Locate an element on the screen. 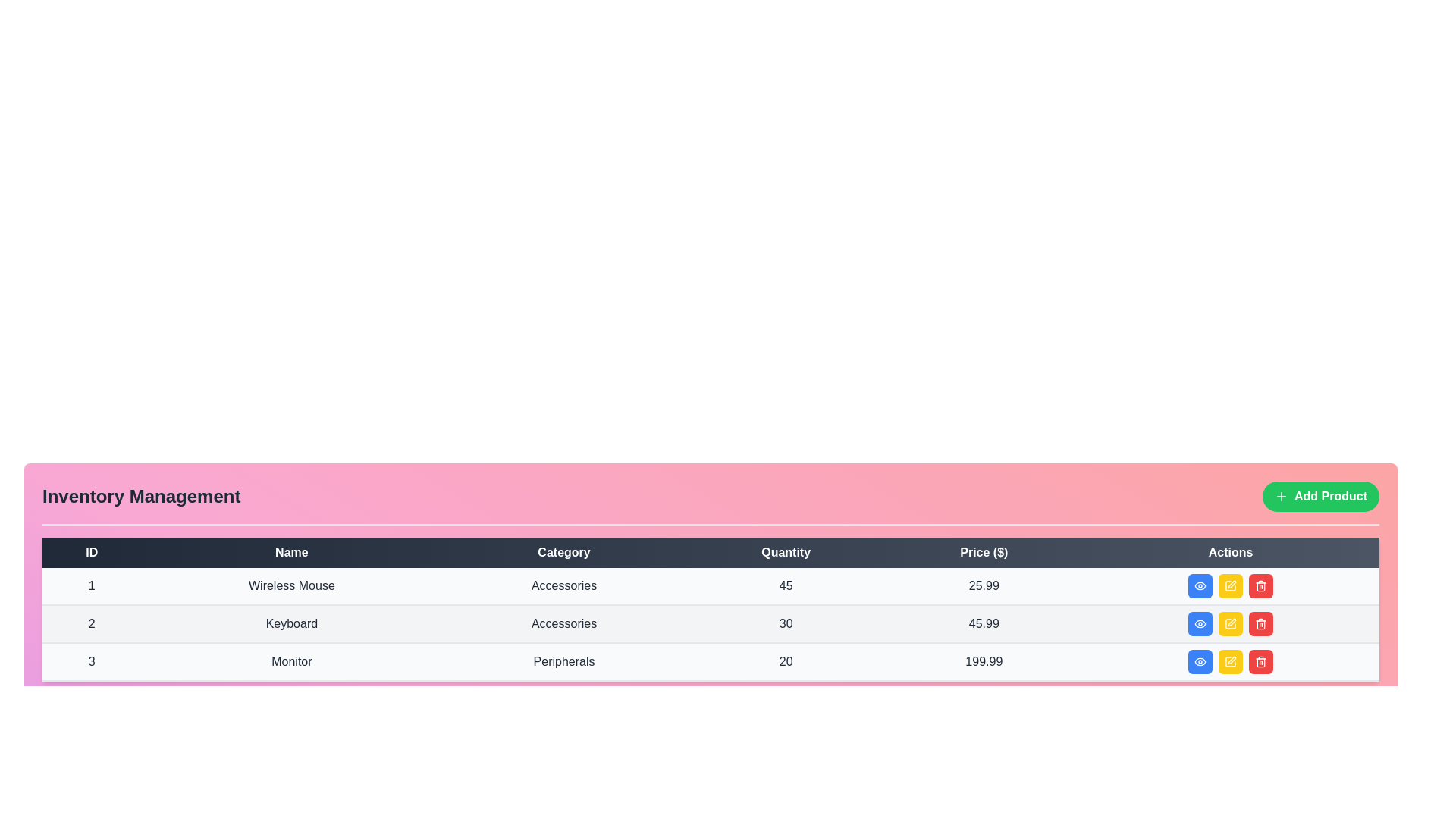  the text label displaying 'Wireless Mouse', which is styled with gray color and centered alignment in the 'Name' column of the table is located at coordinates (291, 585).